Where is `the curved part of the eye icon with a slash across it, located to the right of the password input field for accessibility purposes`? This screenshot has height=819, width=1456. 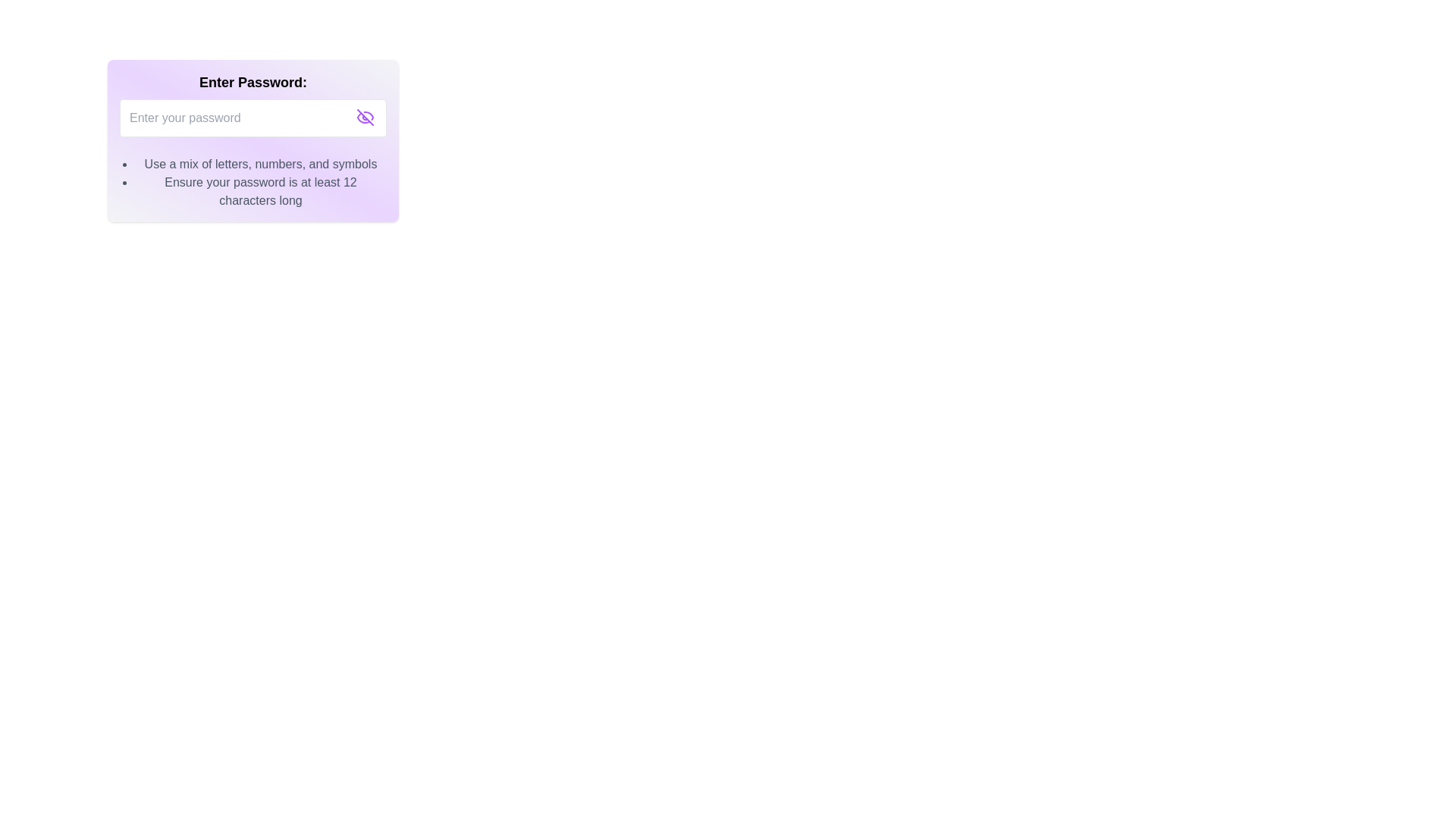
the curved part of the eye icon with a slash across it, located to the right of the password input field for accessibility purposes is located at coordinates (369, 115).